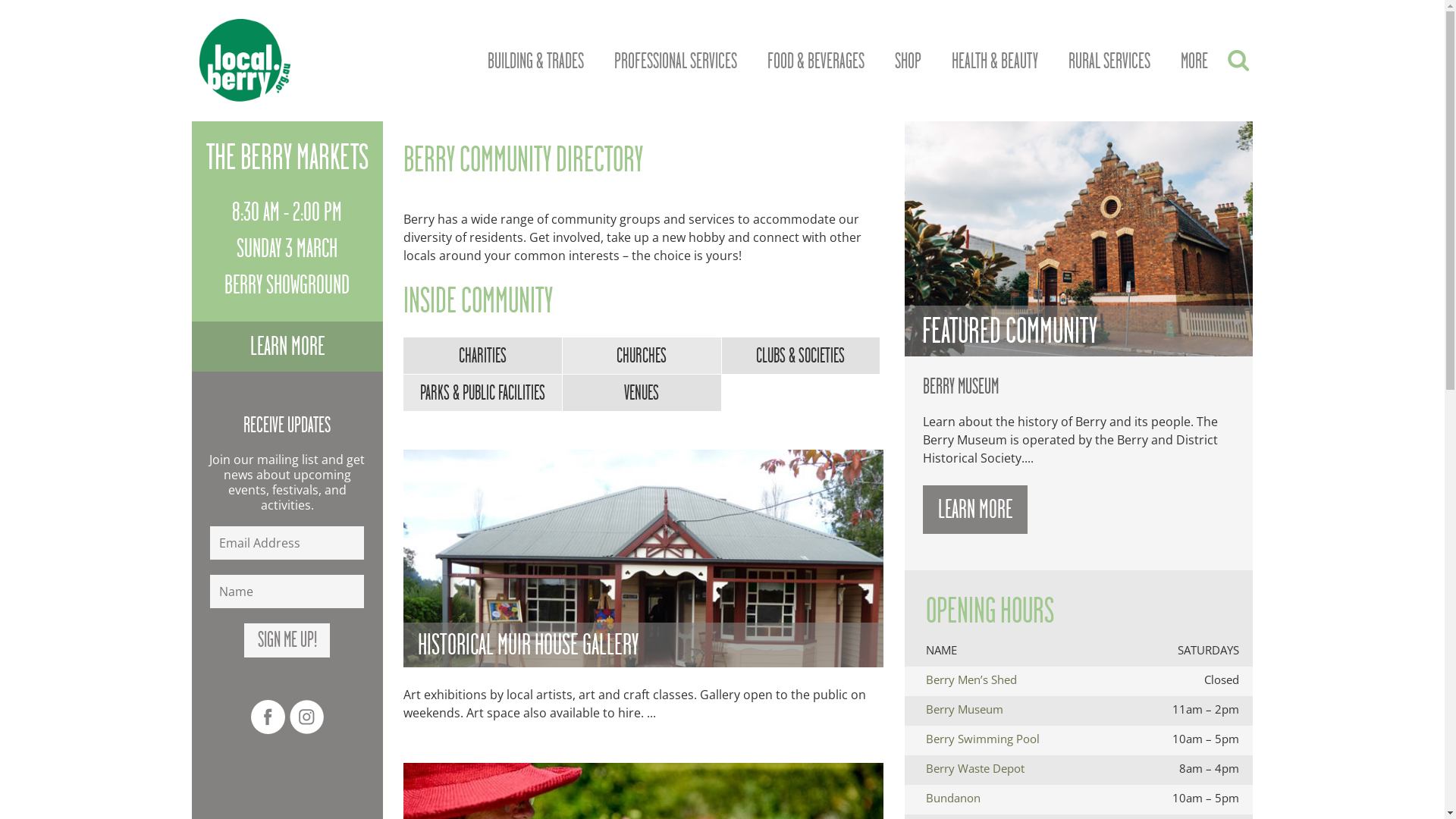  What do you see at coordinates (482, 392) in the screenshot?
I see `'PARKS & PUBLIC FACILITIES'` at bounding box center [482, 392].